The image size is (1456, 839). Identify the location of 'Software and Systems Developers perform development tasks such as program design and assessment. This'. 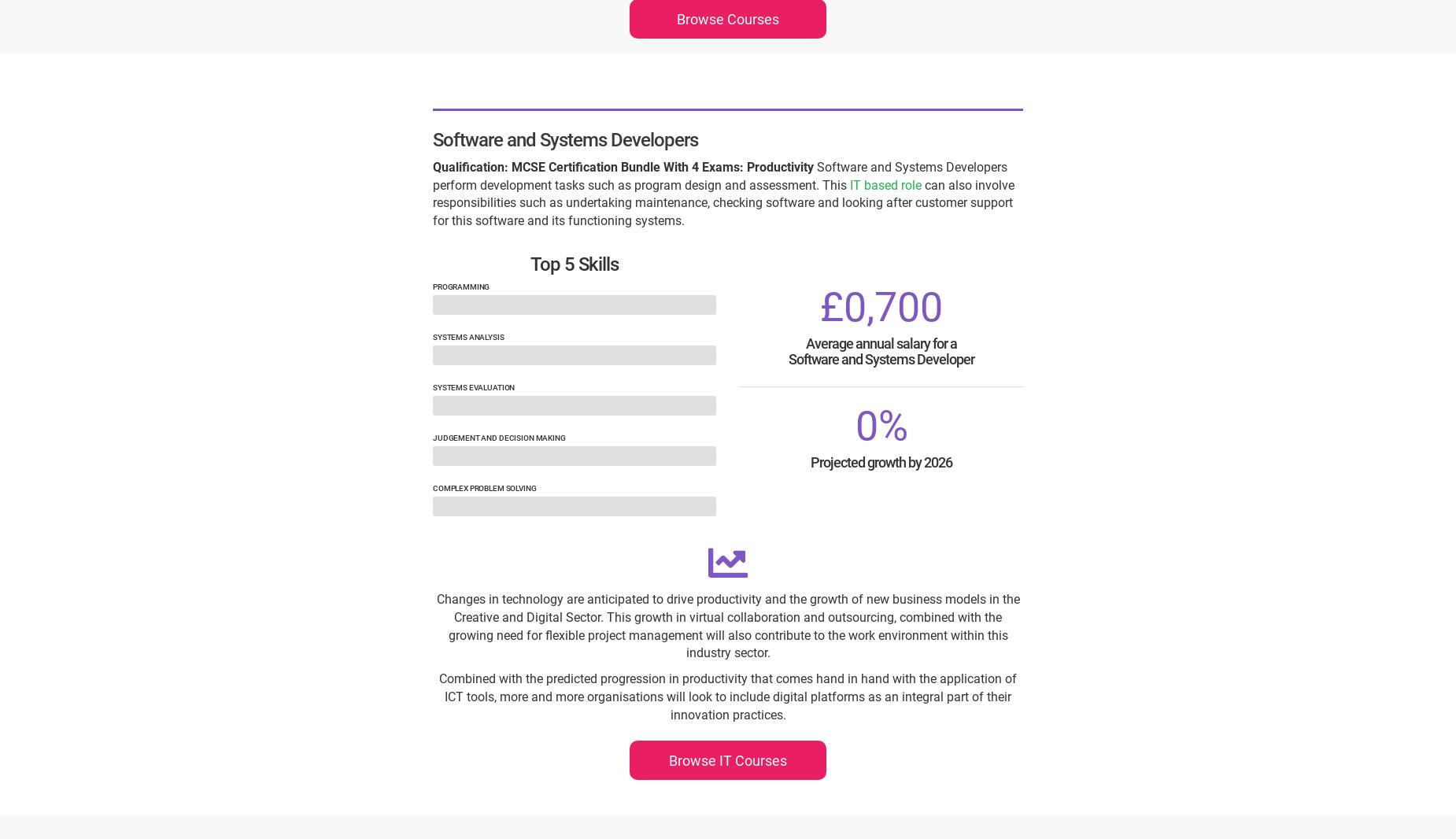
(720, 175).